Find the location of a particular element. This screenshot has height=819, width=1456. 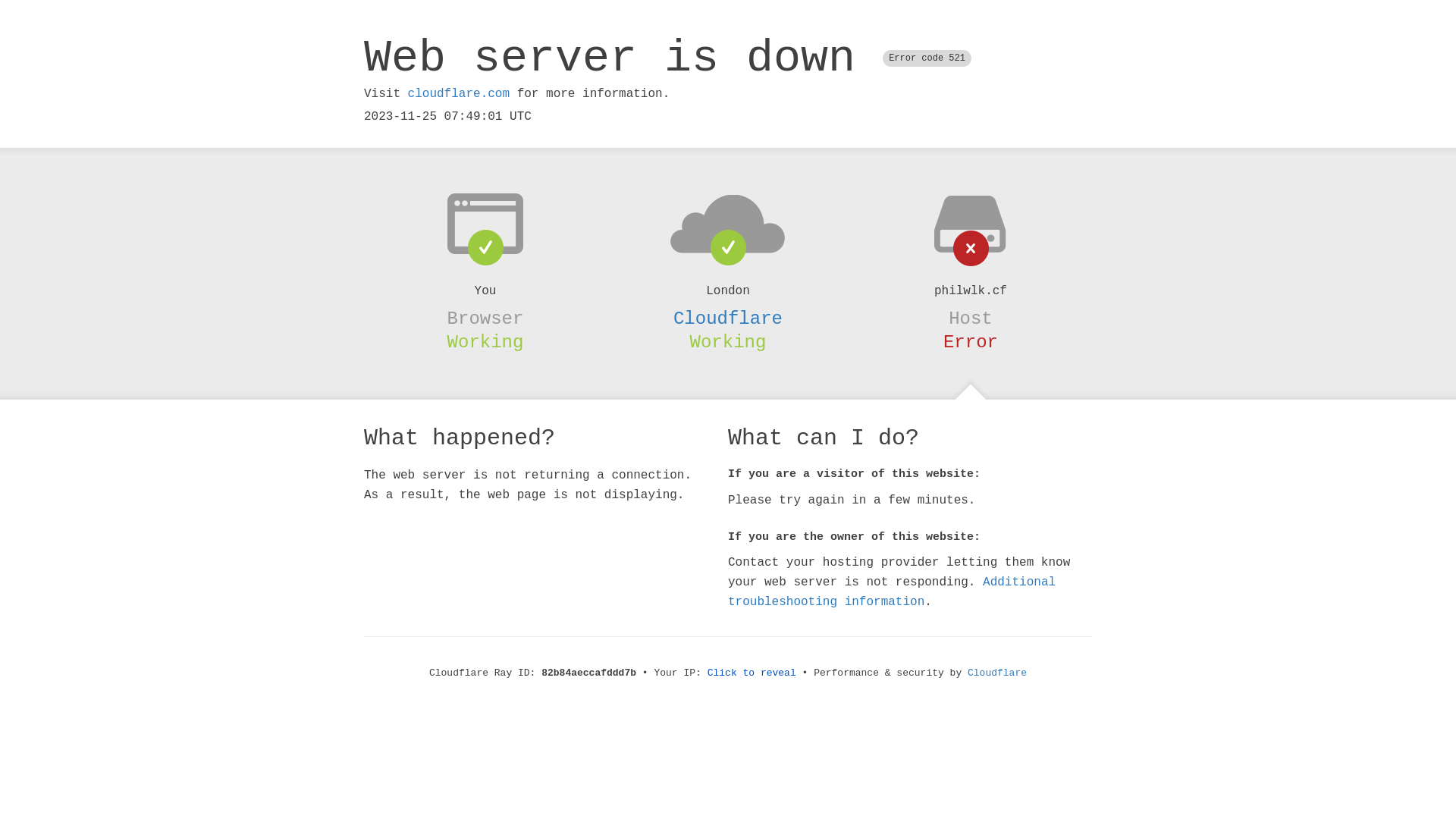

'Click to reveal' is located at coordinates (706, 672).